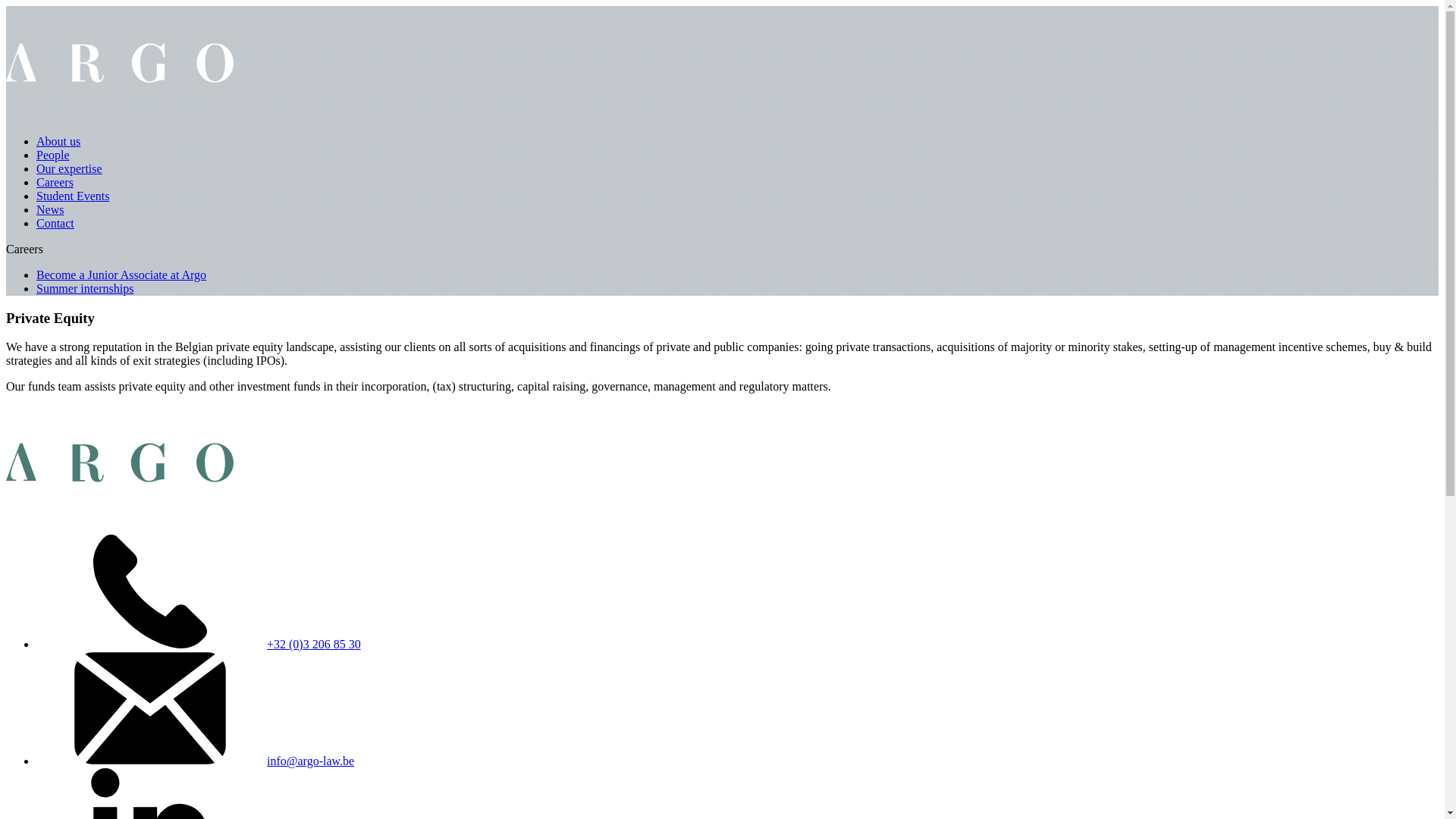 Image resolution: width=1456 pixels, height=819 pixels. I want to click on 'News', so click(50, 209).